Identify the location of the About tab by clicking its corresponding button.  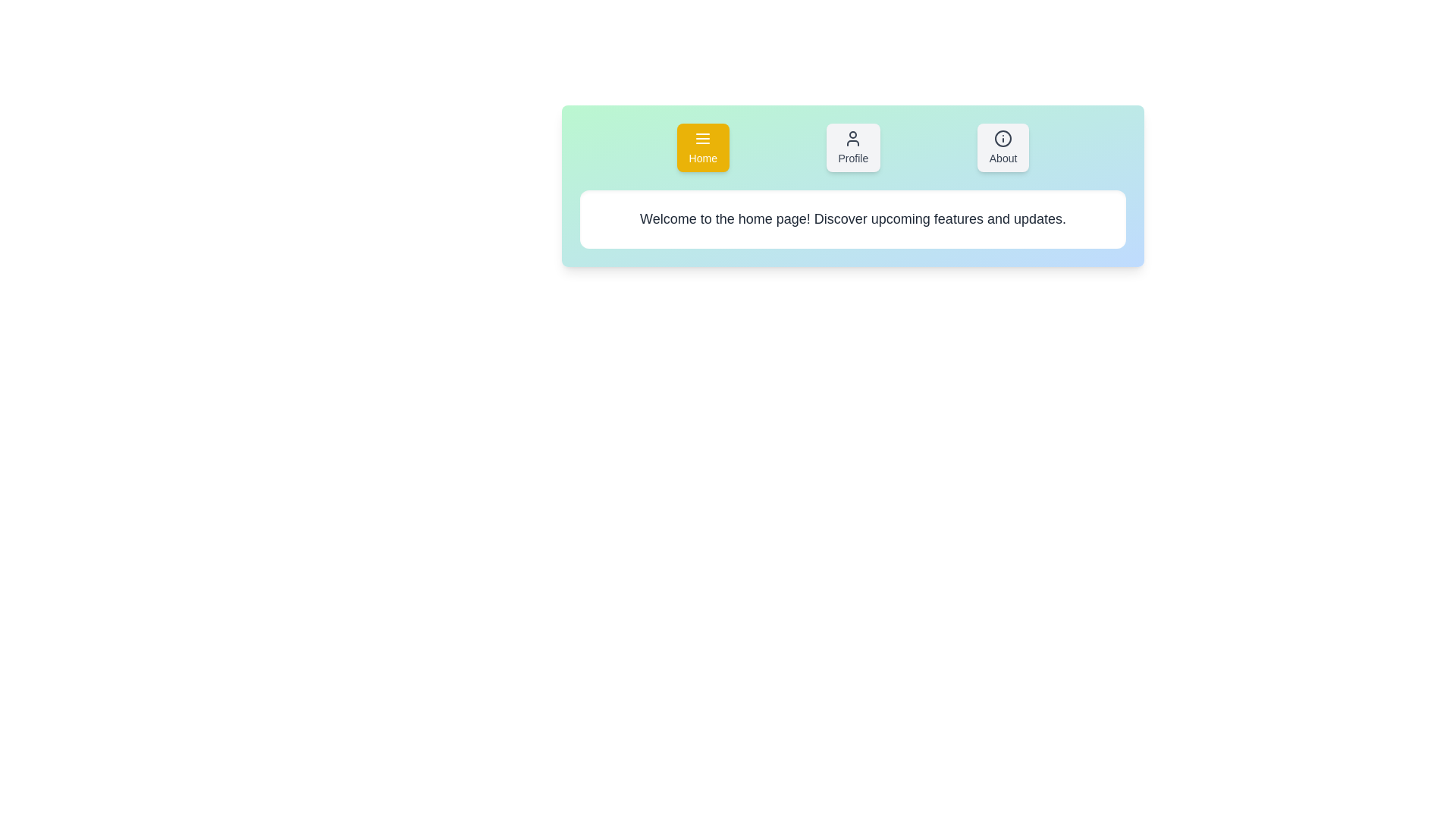
(1003, 148).